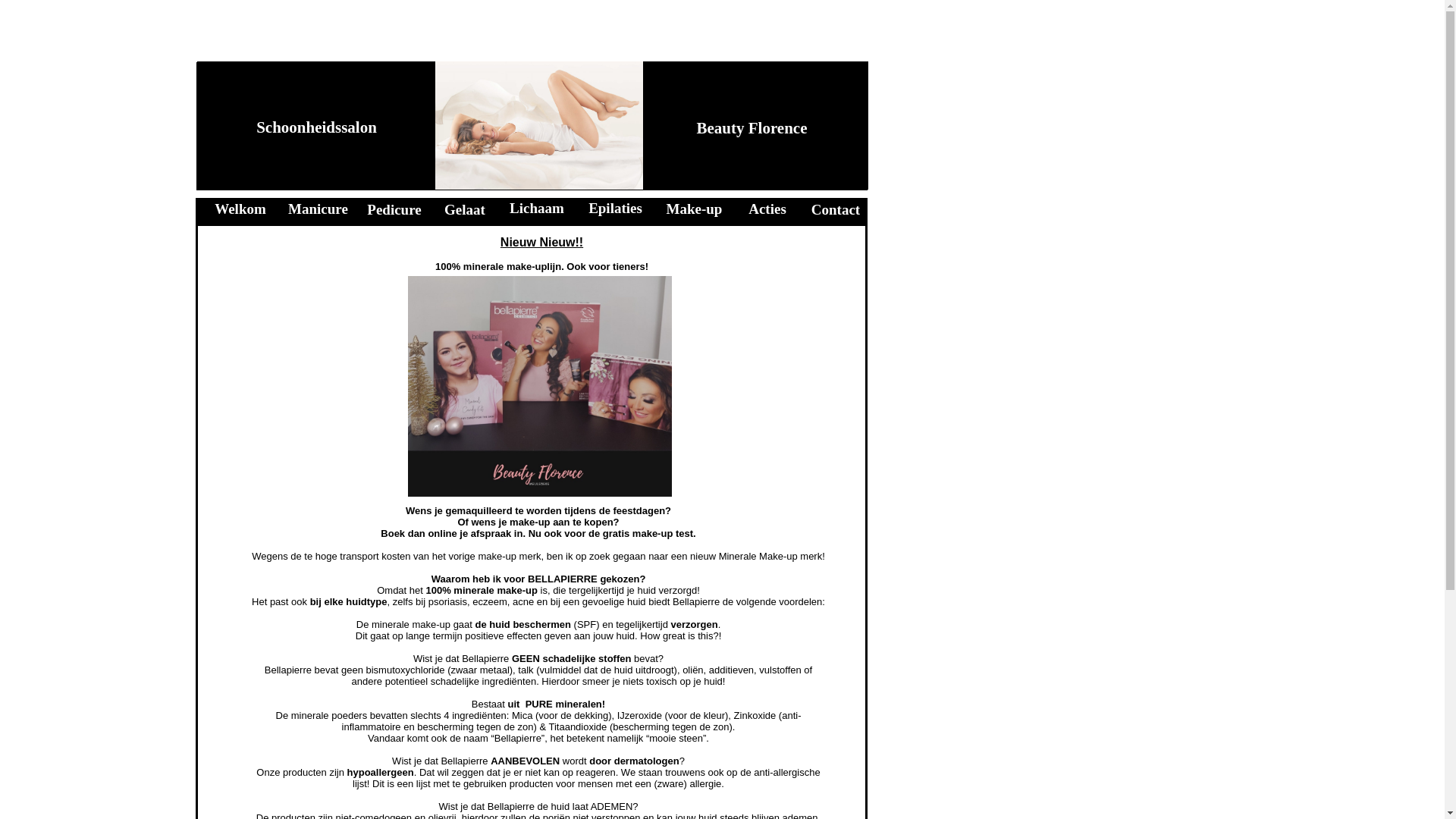  What do you see at coordinates (811, 209) in the screenshot?
I see `'Contact'` at bounding box center [811, 209].